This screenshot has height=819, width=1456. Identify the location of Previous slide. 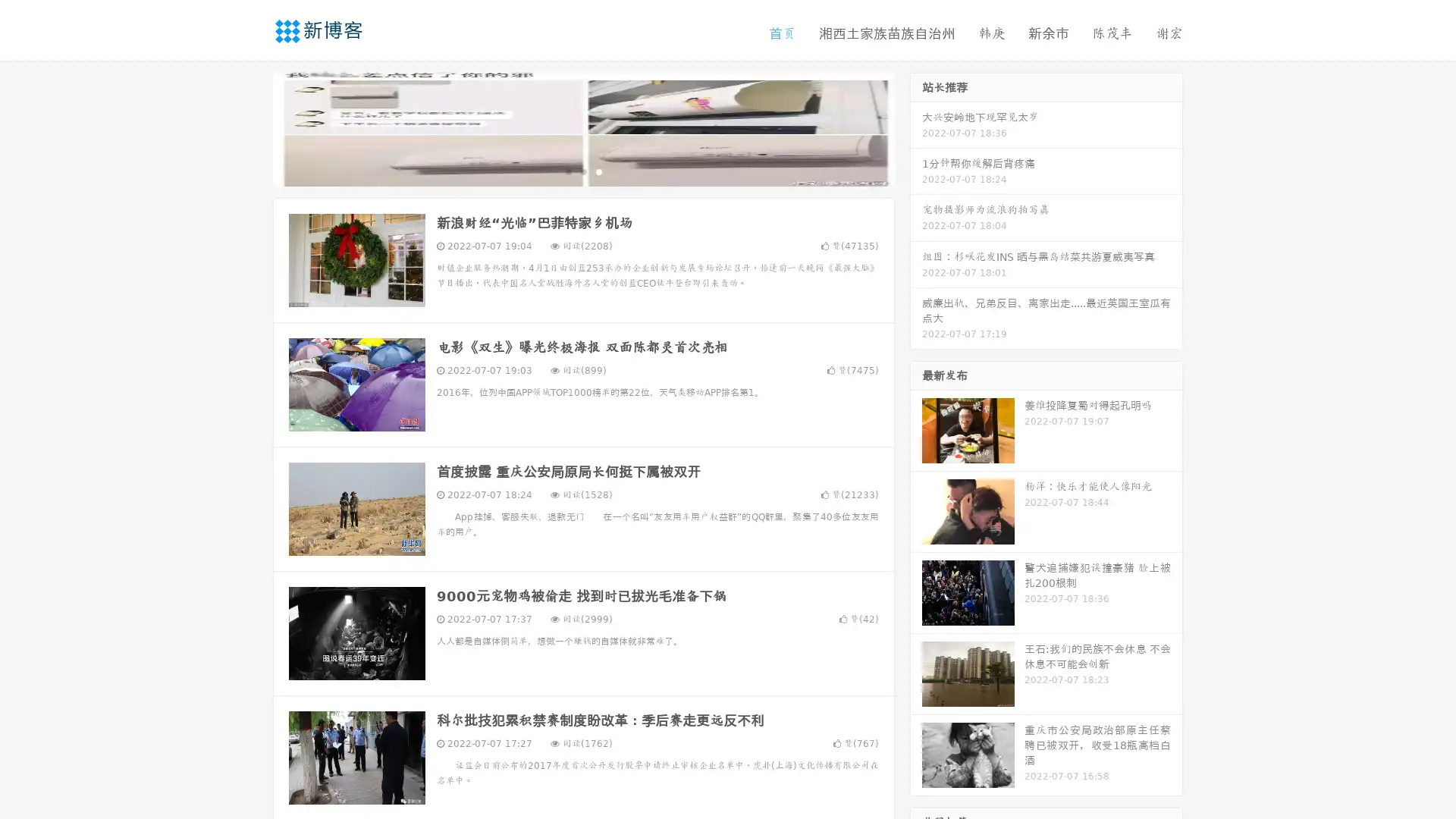
(250, 127).